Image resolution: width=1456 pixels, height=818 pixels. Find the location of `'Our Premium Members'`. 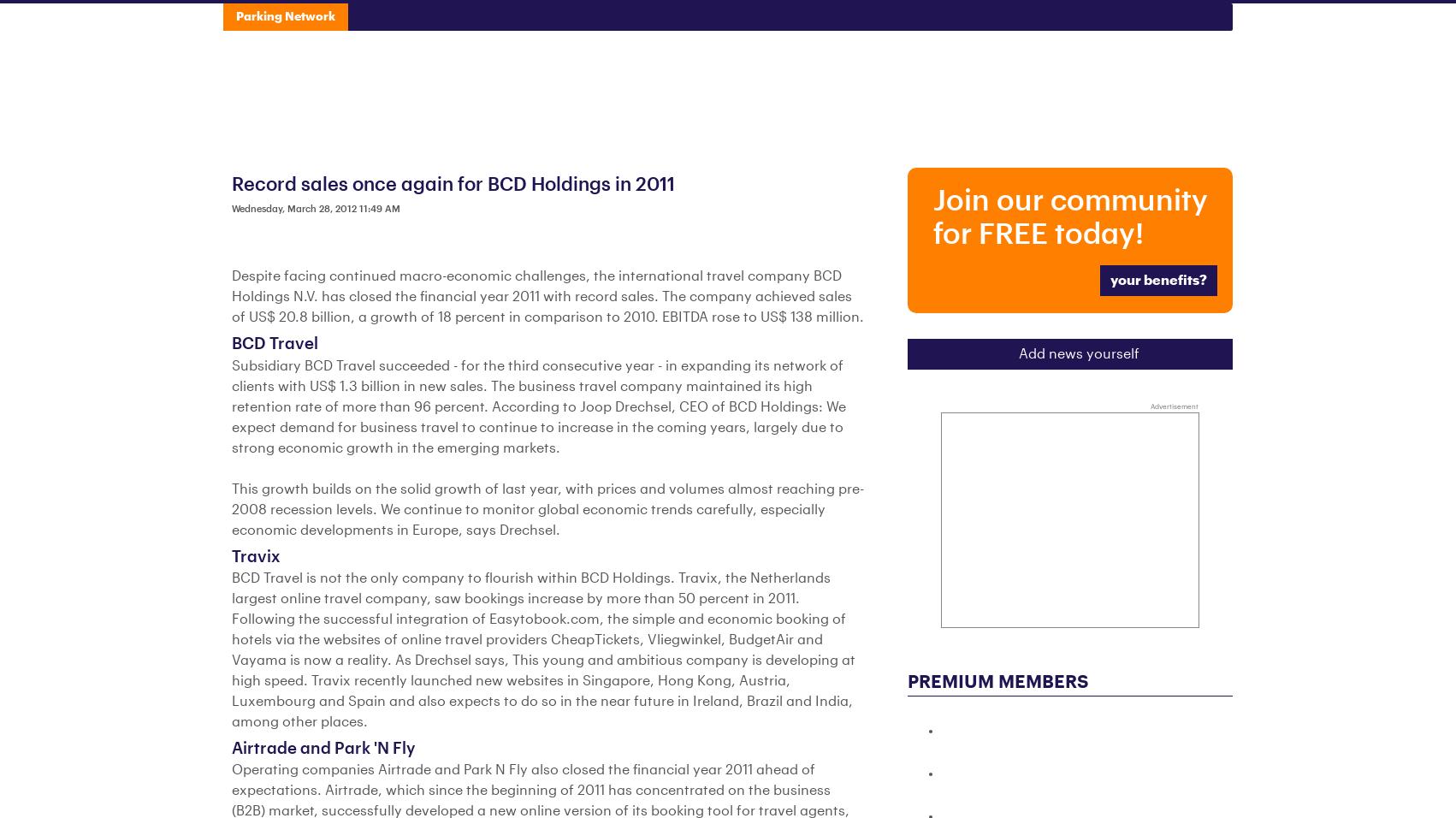

'Our Premium Members' is located at coordinates (726, 287).